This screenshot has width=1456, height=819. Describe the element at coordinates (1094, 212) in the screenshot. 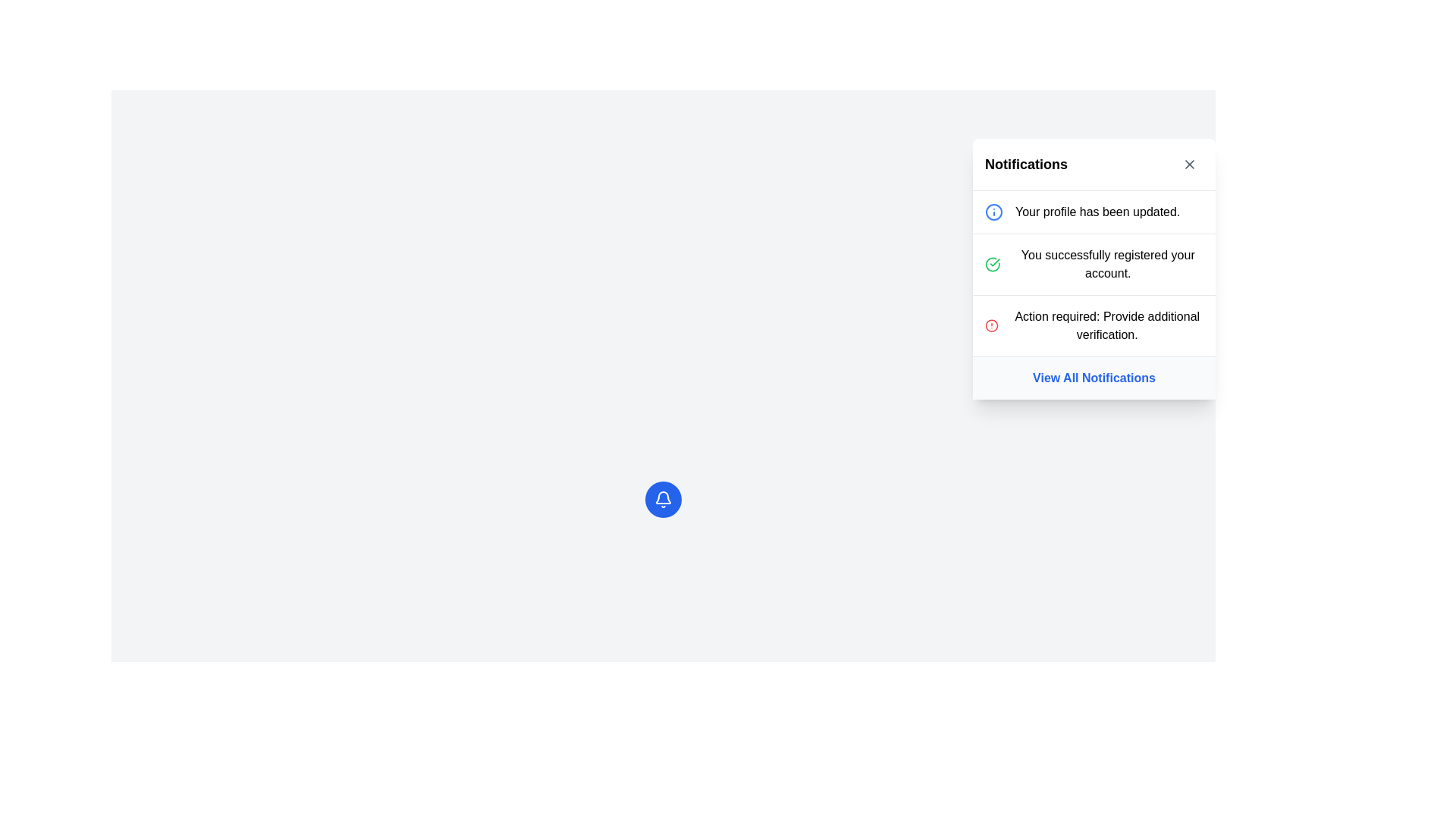

I see `the first notification item in the Notifications panel, which displays a message about an update to the user's profile` at that location.